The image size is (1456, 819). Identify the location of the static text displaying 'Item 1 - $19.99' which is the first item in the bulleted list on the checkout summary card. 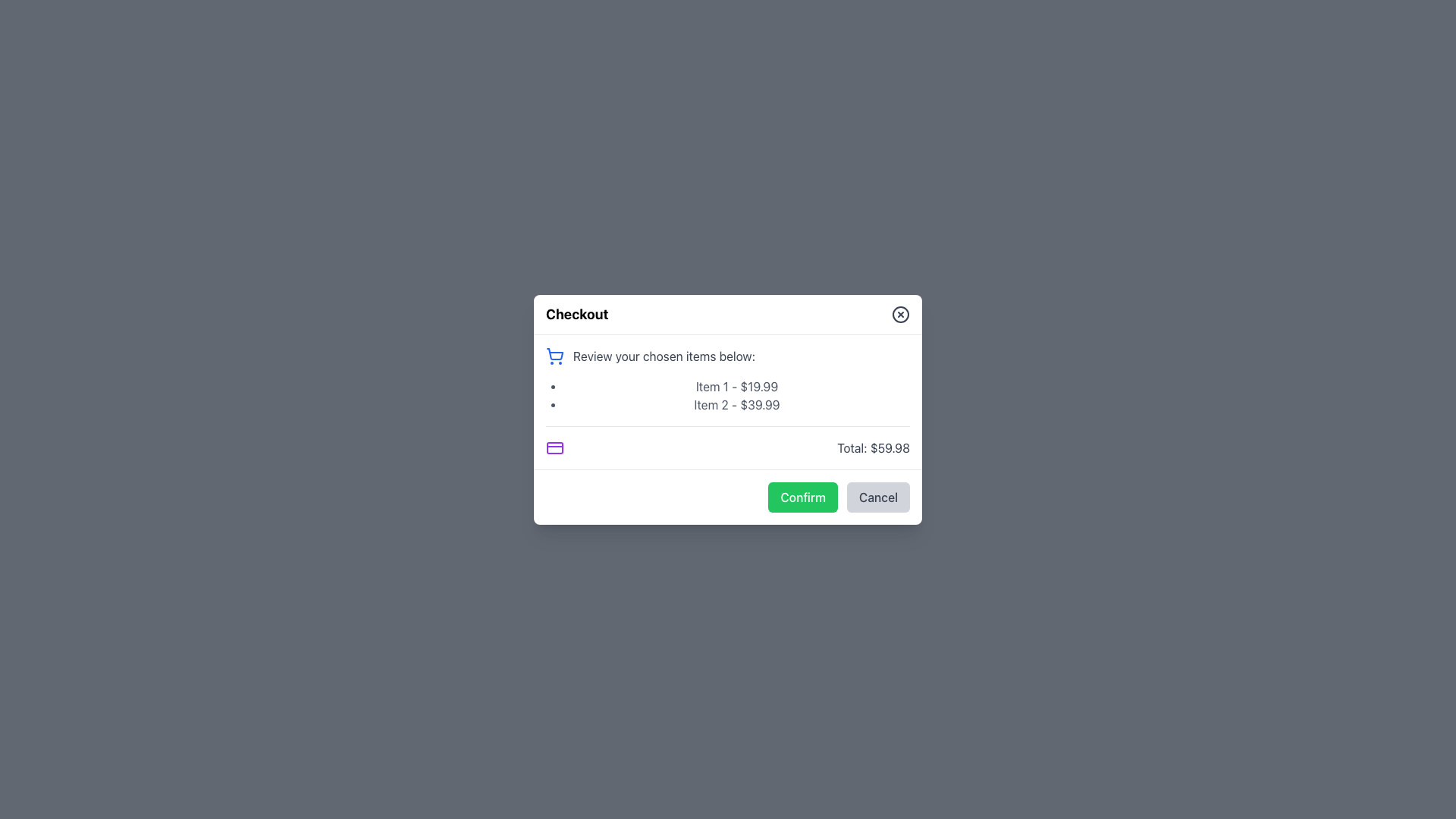
(736, 385).